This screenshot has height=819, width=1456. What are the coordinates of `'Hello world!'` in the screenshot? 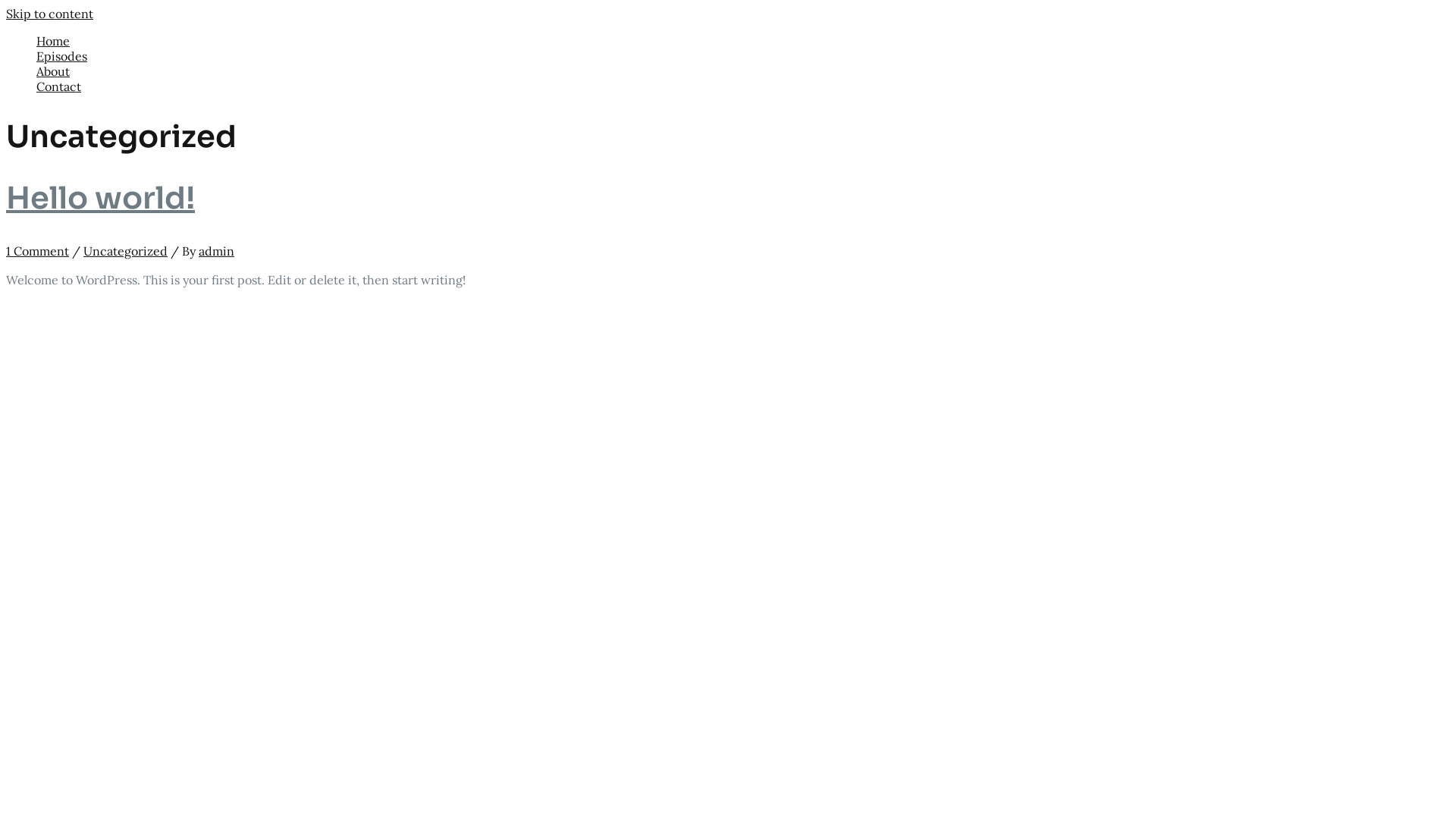 It's located at (99, 197).